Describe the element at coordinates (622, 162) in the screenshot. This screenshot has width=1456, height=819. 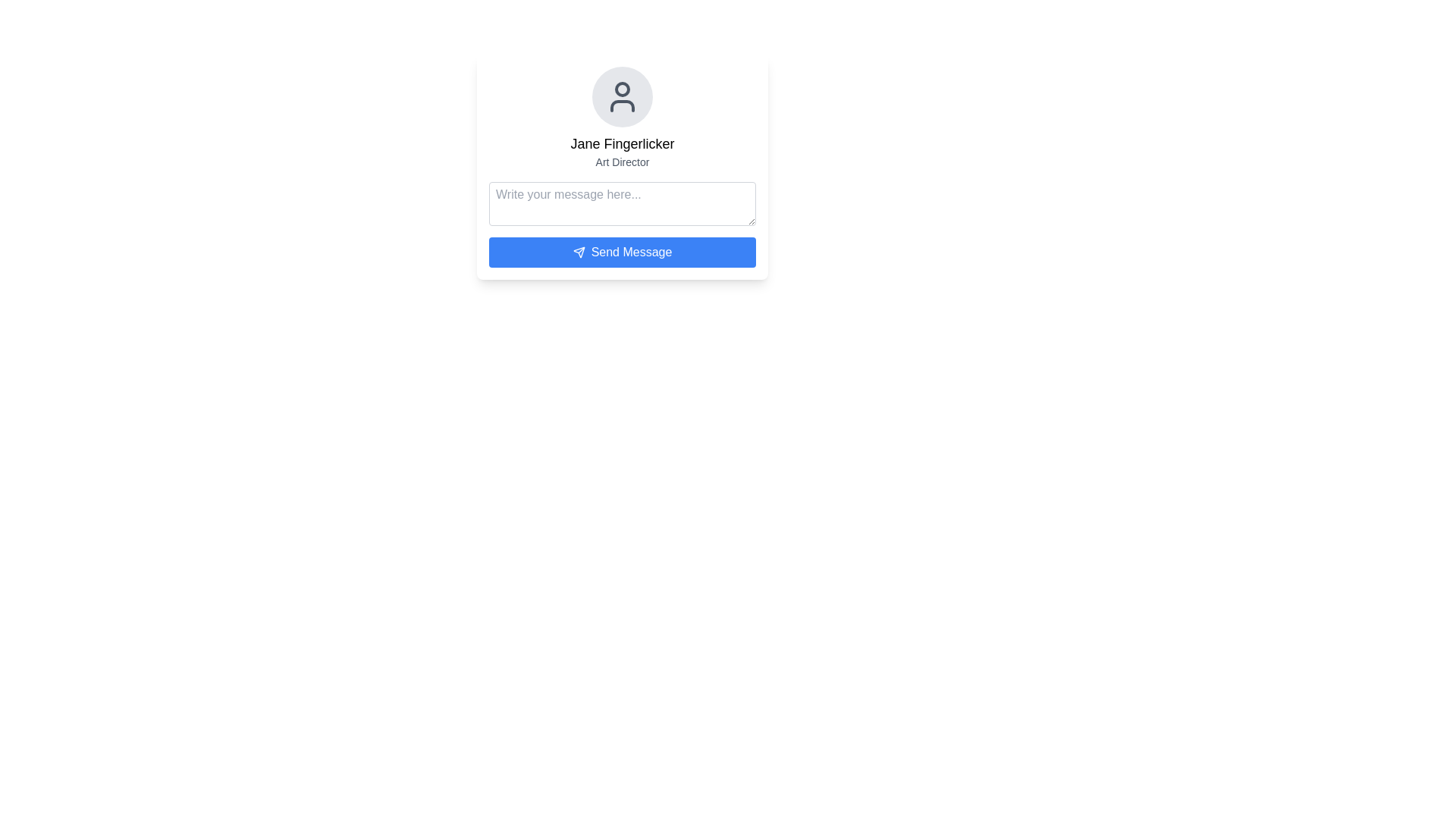
I see `the text label displaying 'Art Director' which is centrally aligned in a card interface, located below 'Jane Fingerlicker'` at that location.